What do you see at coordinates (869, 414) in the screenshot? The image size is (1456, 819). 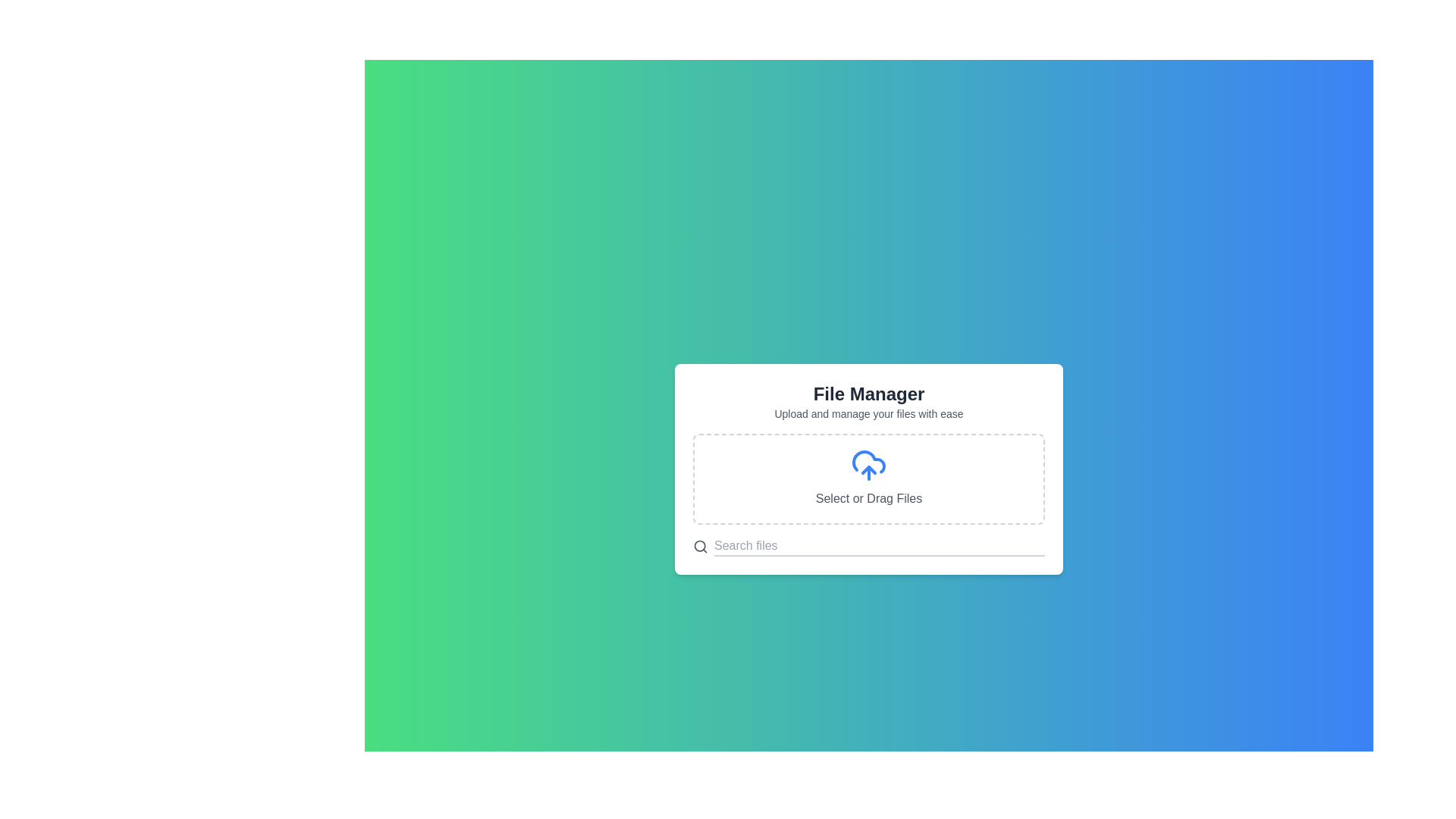 I see `the text label that says 'Upload and manage your files with ease.' which is styled in a small gray font and is positioned below the title 'File Manager.'` at bounding box center [869, 414].